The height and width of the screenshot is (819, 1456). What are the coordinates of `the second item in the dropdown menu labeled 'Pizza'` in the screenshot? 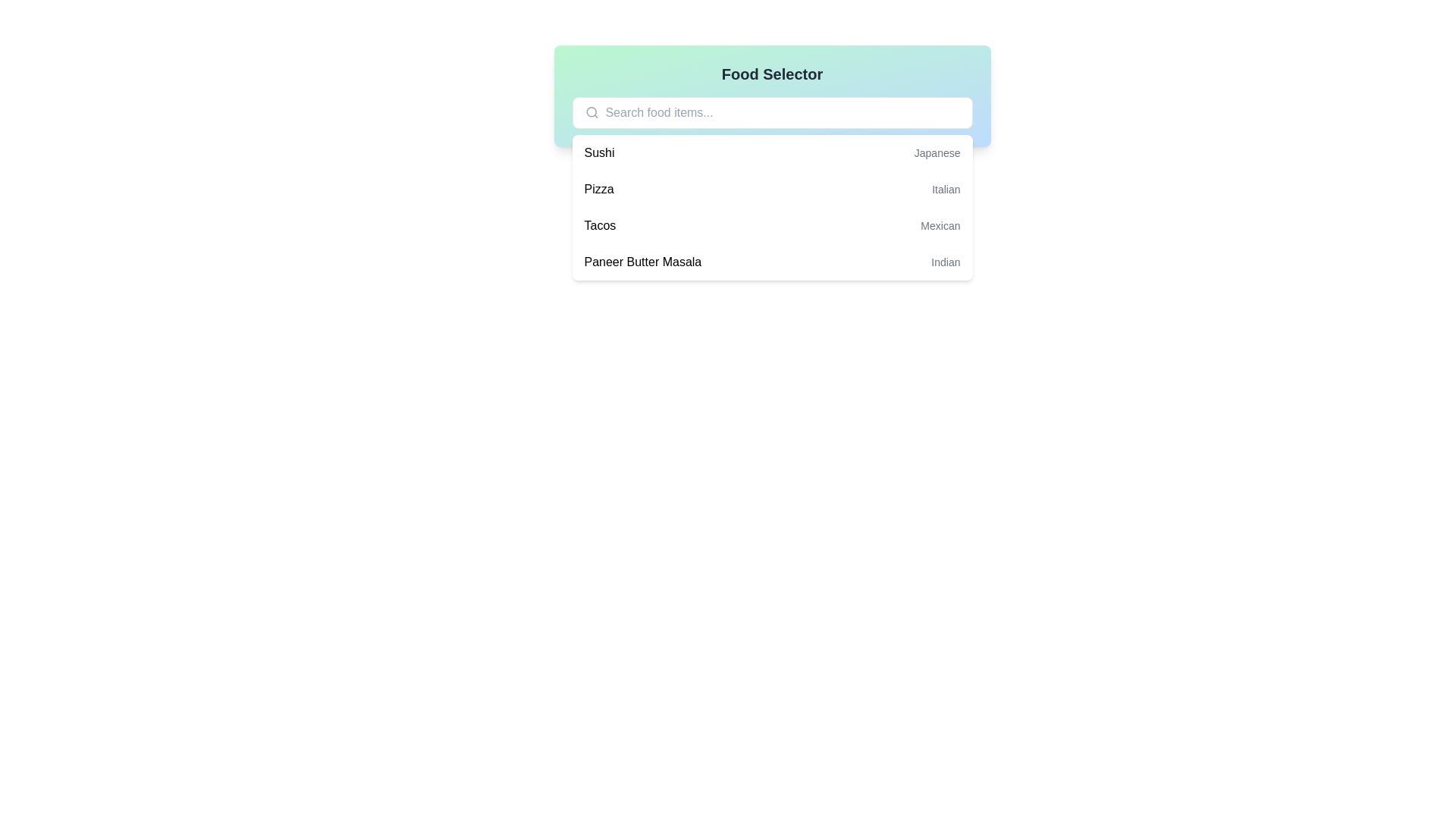 It's located at (772, 189).